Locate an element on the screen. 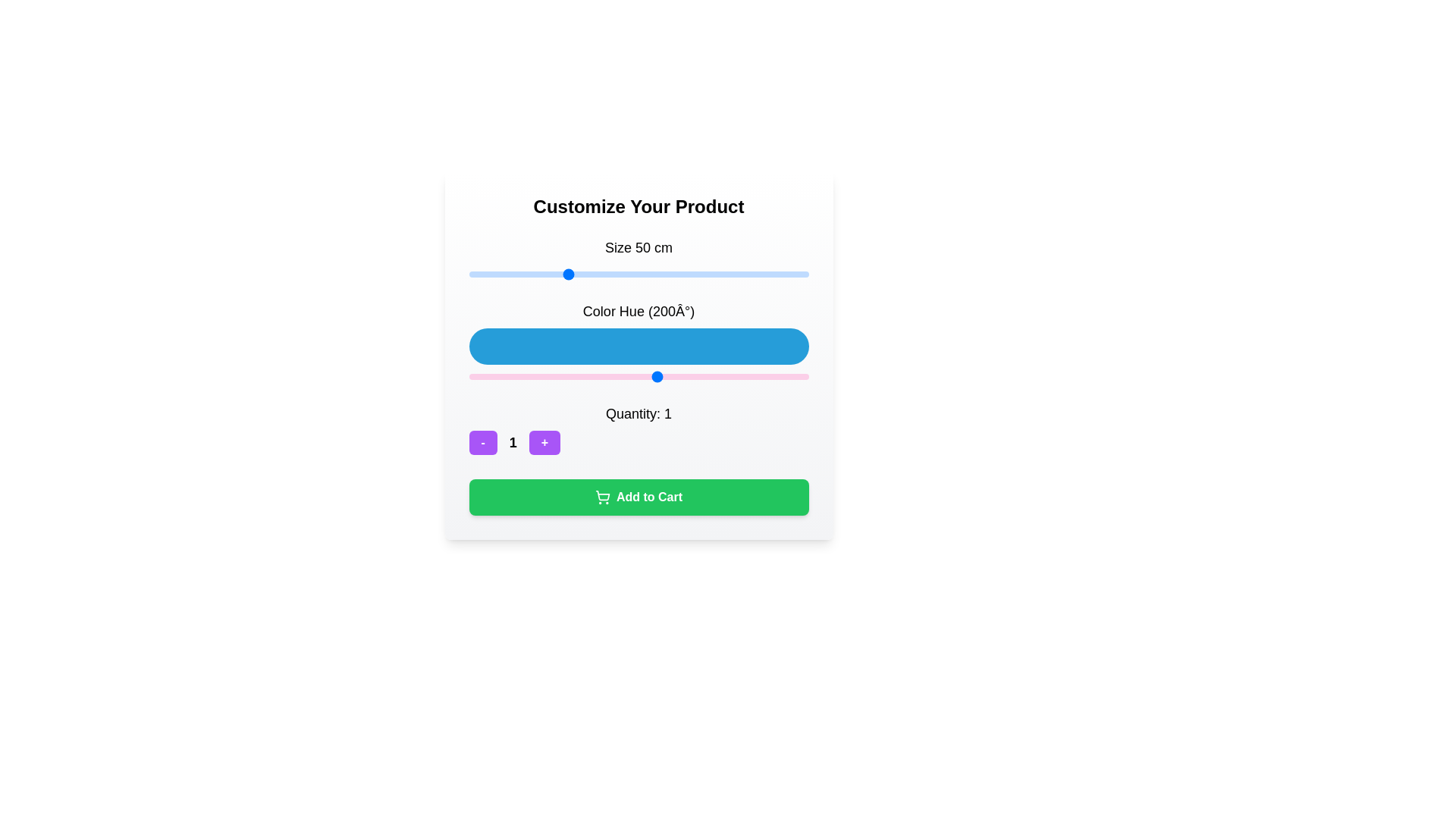 This screenshot has height=819, width=1456. the size is located at coordinates (725, 275).